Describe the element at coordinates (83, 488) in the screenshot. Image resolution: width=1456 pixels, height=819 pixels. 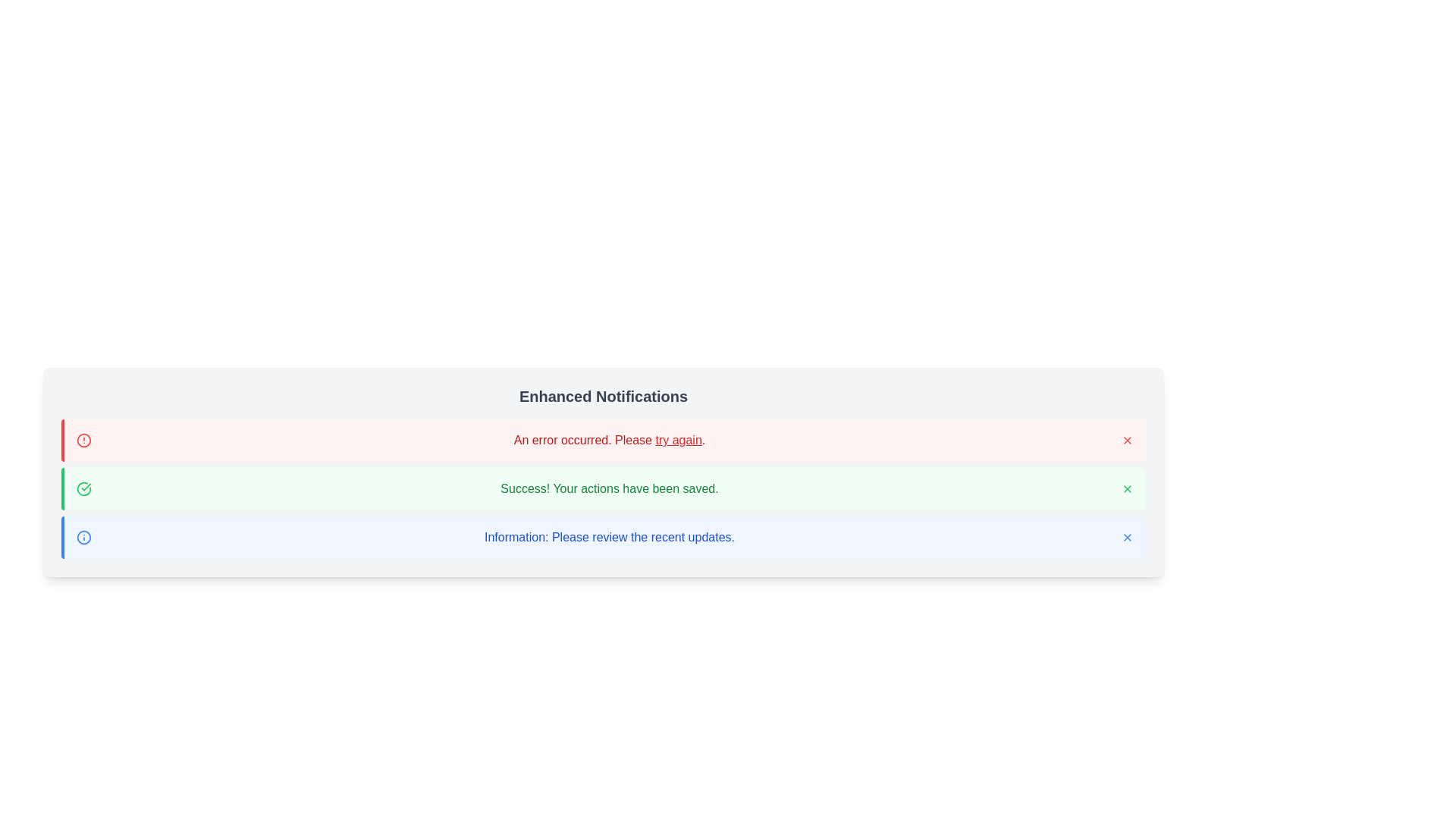
I see `the success icon located in the second notification block from the top, positioned to the left of the text 'Success! Your actions have been saved.'` at that location.